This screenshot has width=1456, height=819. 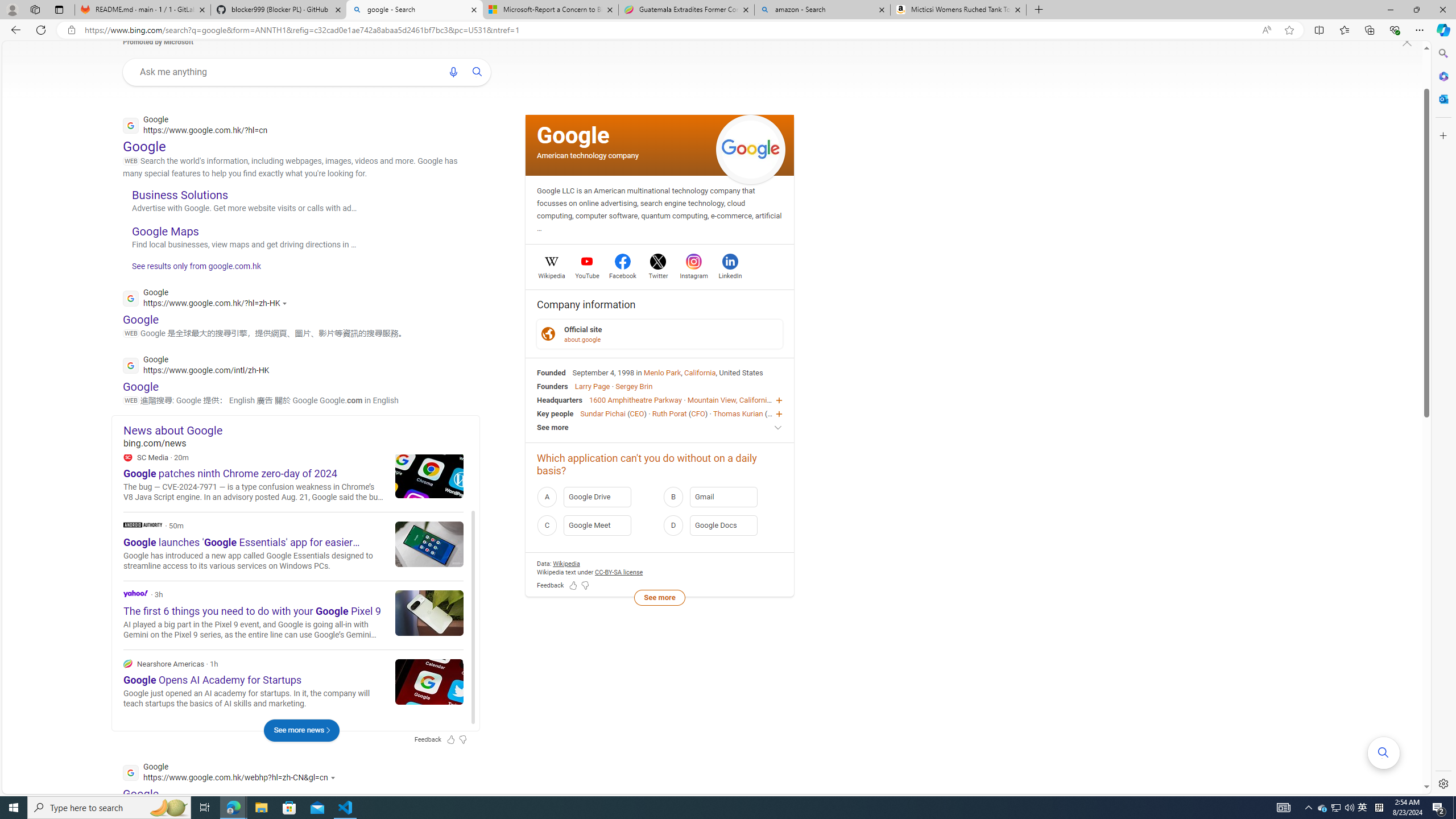 I want to click on 'A Google Drive', so click(x=596, y=497).